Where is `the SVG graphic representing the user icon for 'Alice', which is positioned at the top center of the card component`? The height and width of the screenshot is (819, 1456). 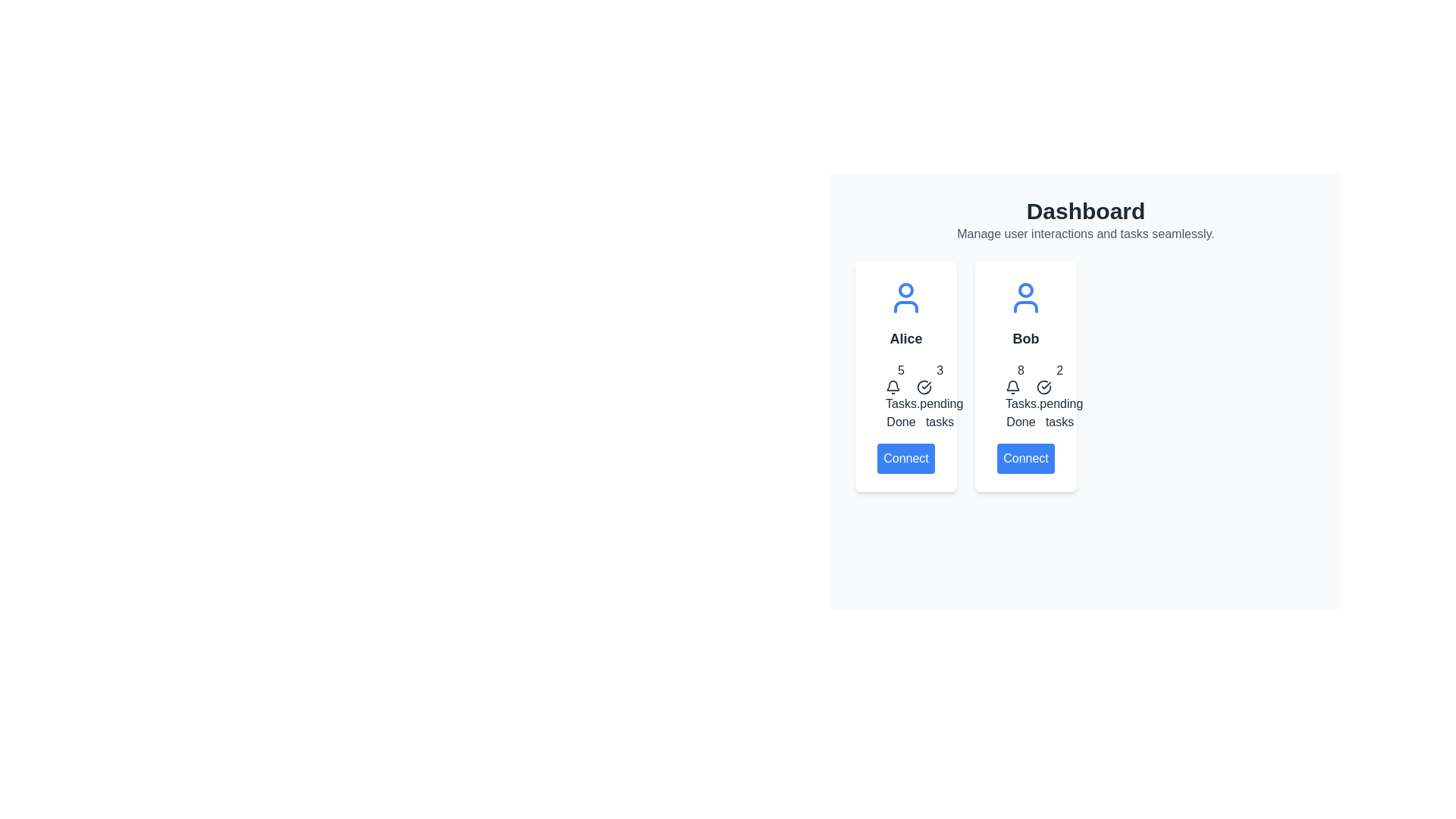 the SVG graphic representing the user icon for 'Alice', which is positioned at the top center of the card component is located at coordinates (906, 298).